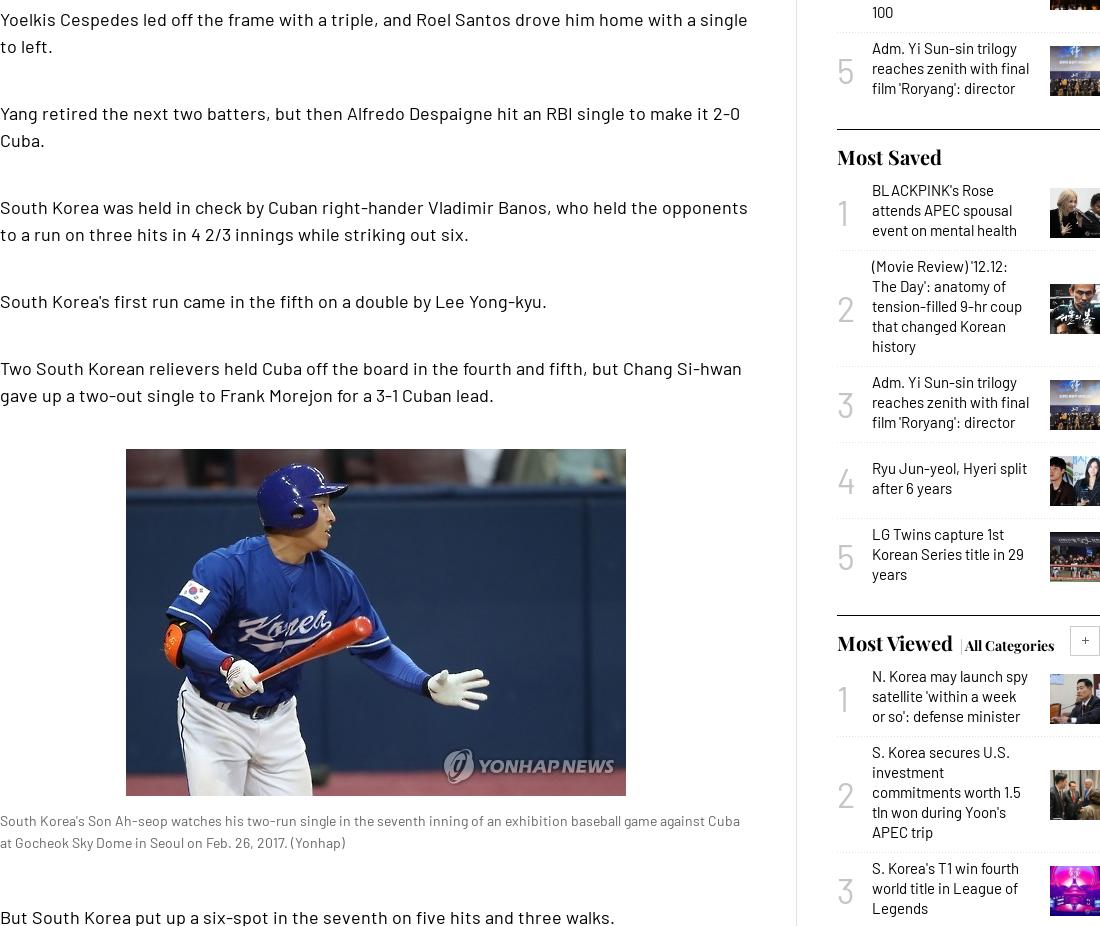 The image size is (1100, 926). What do you see at coordinates (1008, 643) in the screenshot?
I see `'All Categories'` at bounding box center [1008, 643].